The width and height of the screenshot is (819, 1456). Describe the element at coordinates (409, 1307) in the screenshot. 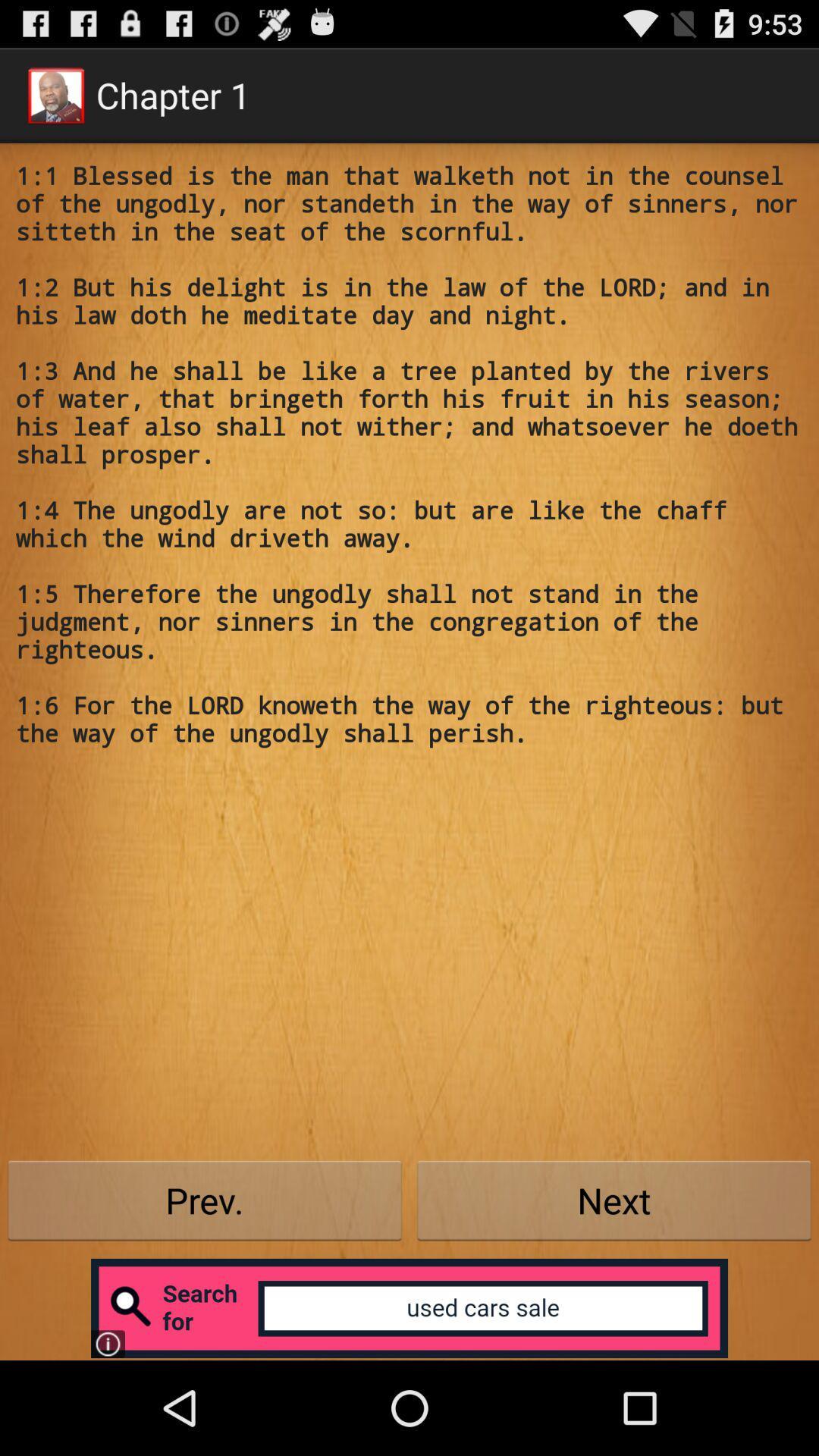

I see `open advertisement` at that location.